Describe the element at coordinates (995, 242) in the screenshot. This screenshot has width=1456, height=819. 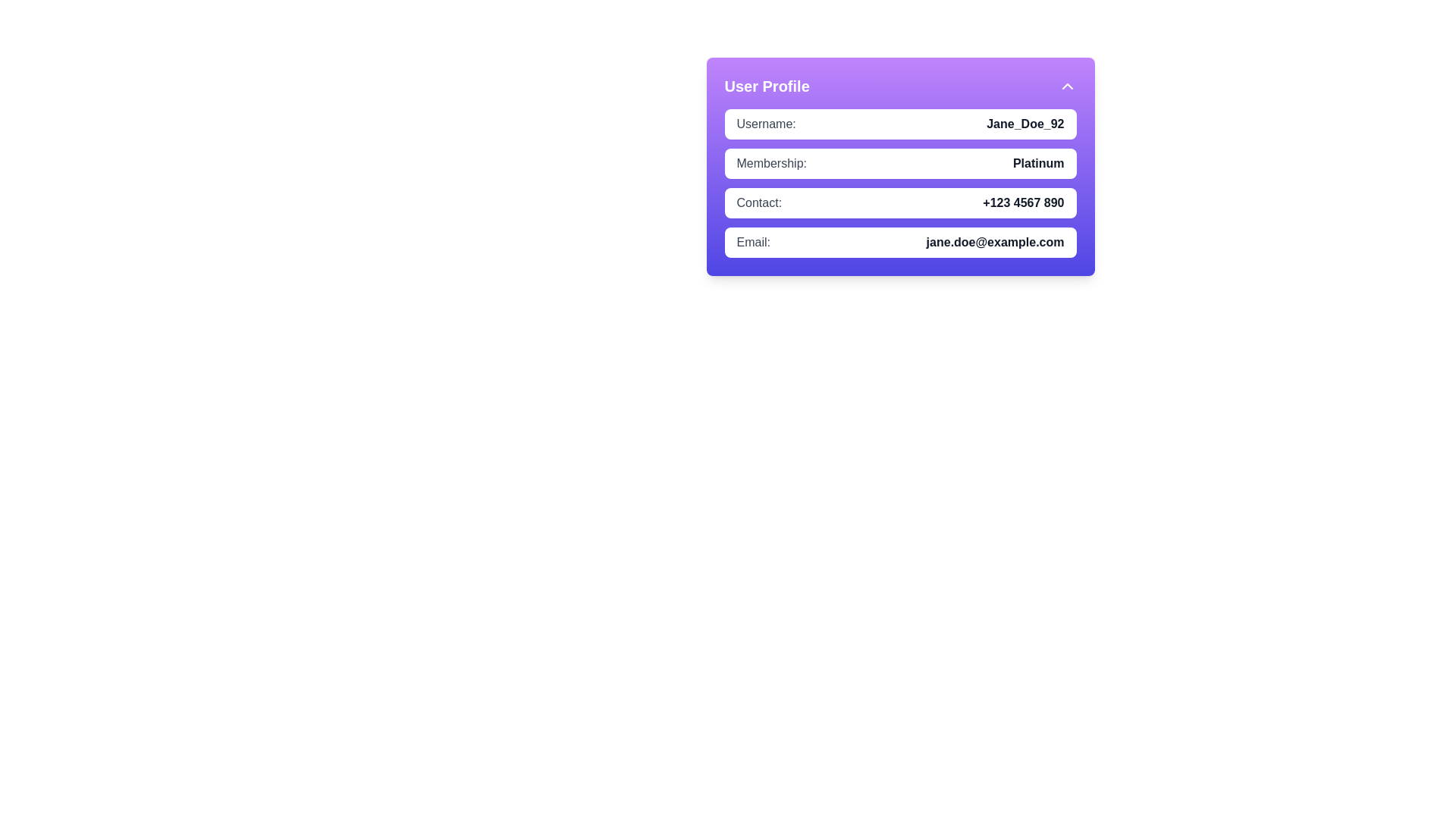
I see `the static text displaying the email address 'jane.doe@example.com' located in the bottom section of the 'User Profile' card, aligned with the 'Email:' label` at that location.